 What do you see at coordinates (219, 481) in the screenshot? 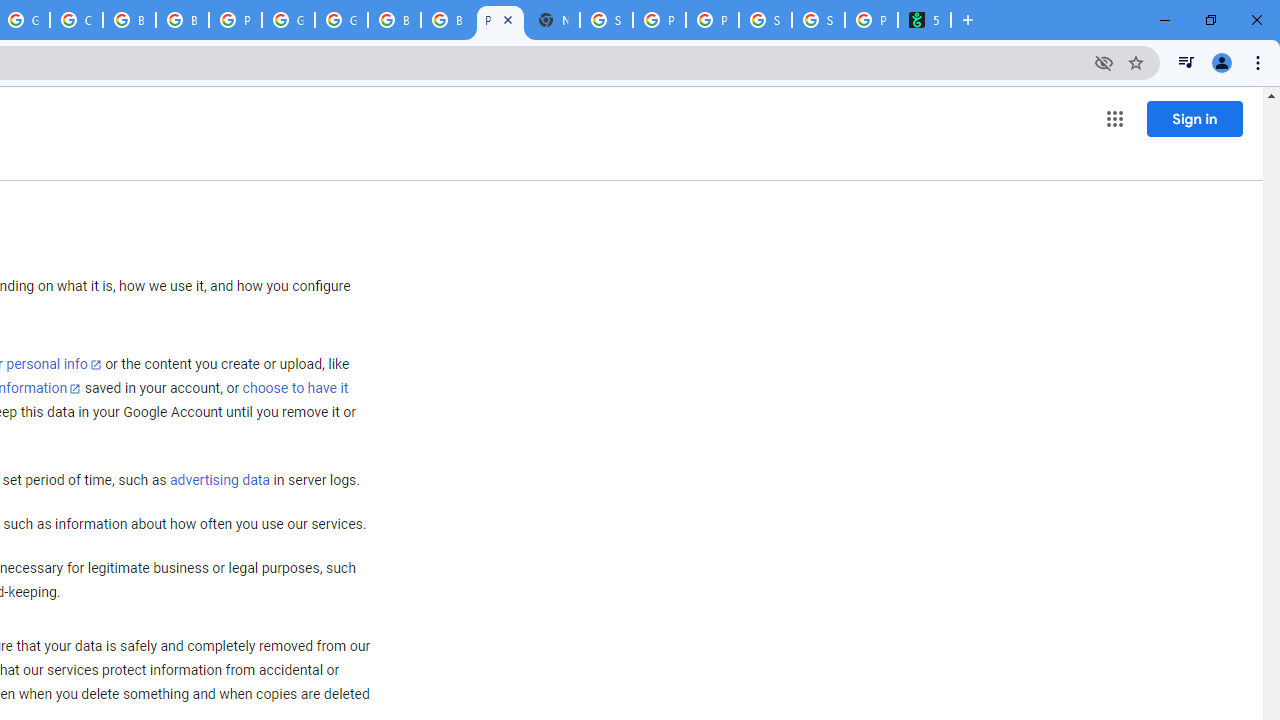
I see `'advertising data'` at bounding box center [219, 481].